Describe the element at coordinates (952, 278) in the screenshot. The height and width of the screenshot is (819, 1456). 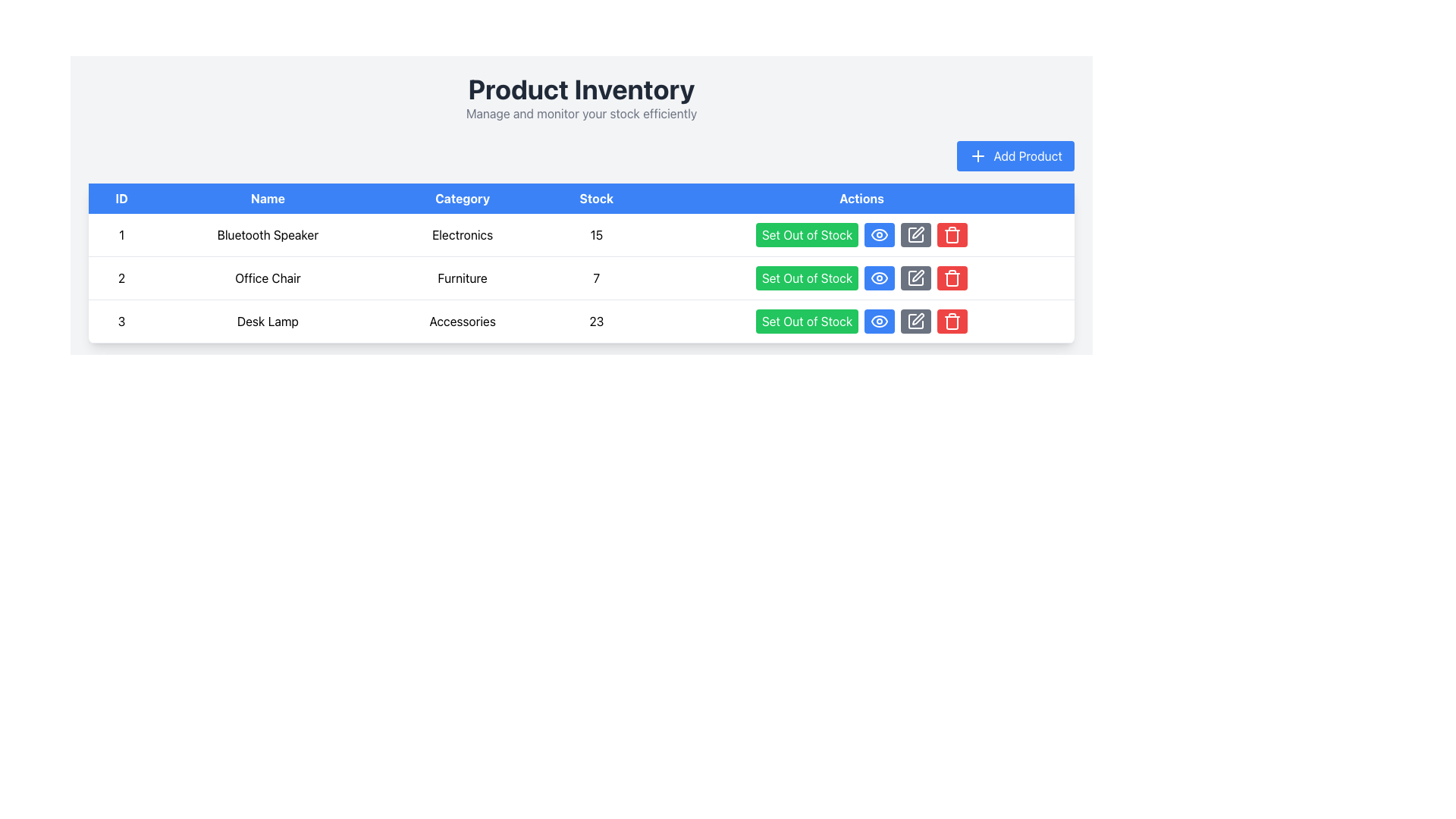
I see `the red trash bin icon in the last column of the row labeled 'Desk Lamp' under the 'Actions' header to initiate the delete action` at that location.